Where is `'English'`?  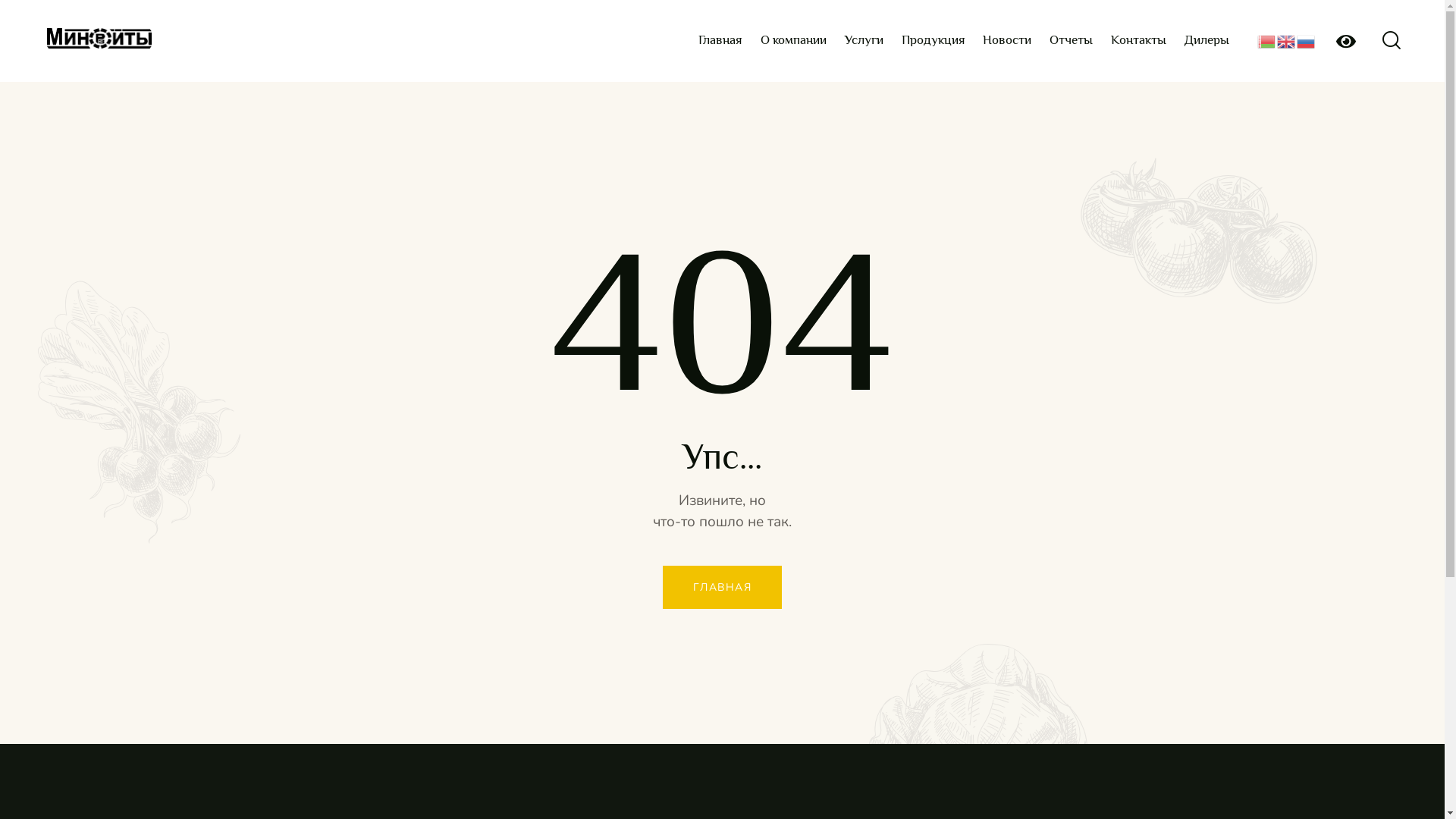 'English' is located at coordinates (1286, 39).